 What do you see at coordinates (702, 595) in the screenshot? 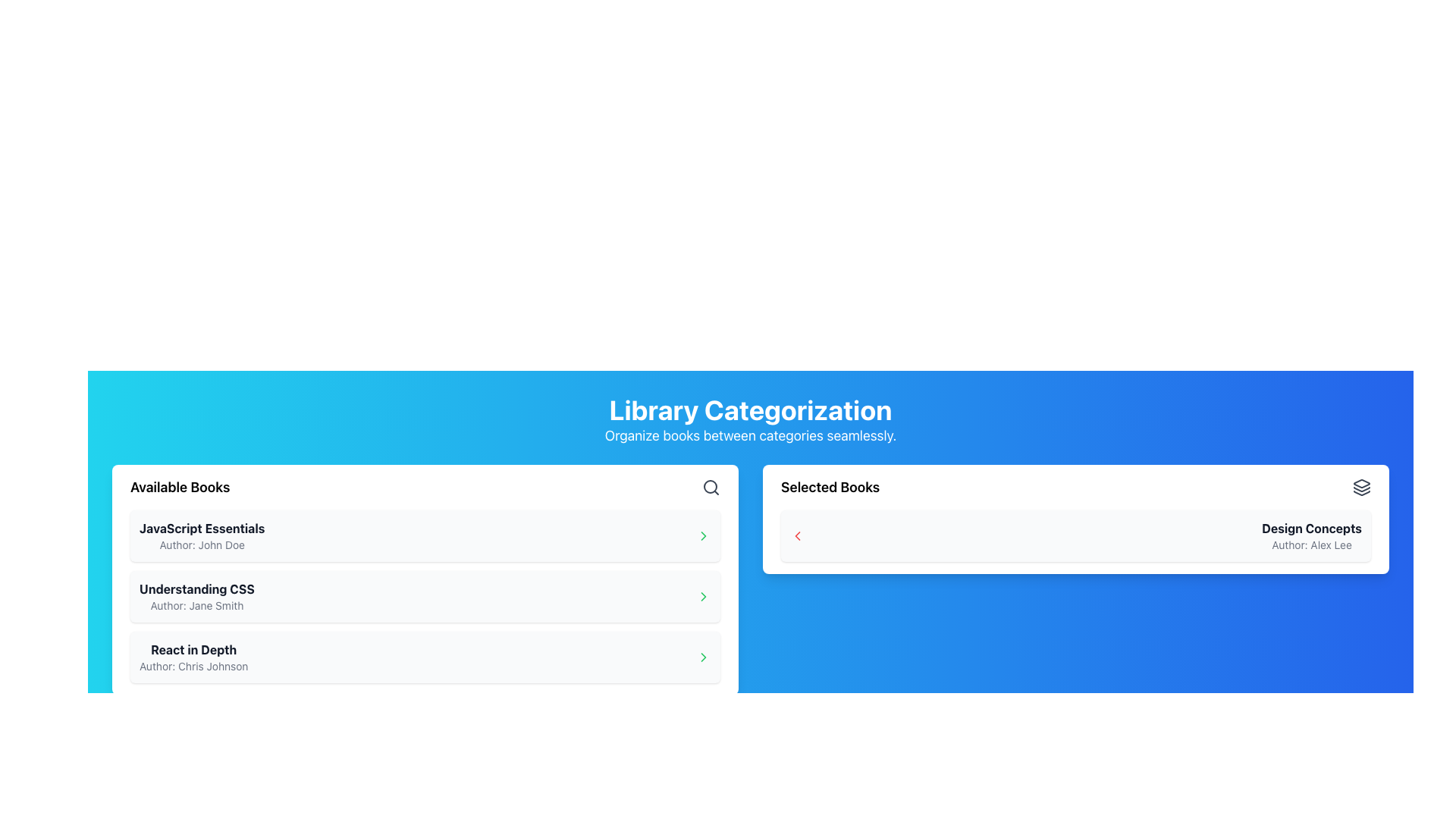
I see `the navigation arrow icon located to the right of the 'React in Depth' entry in the 'Available Books' list` at bounding box center [702, 595].